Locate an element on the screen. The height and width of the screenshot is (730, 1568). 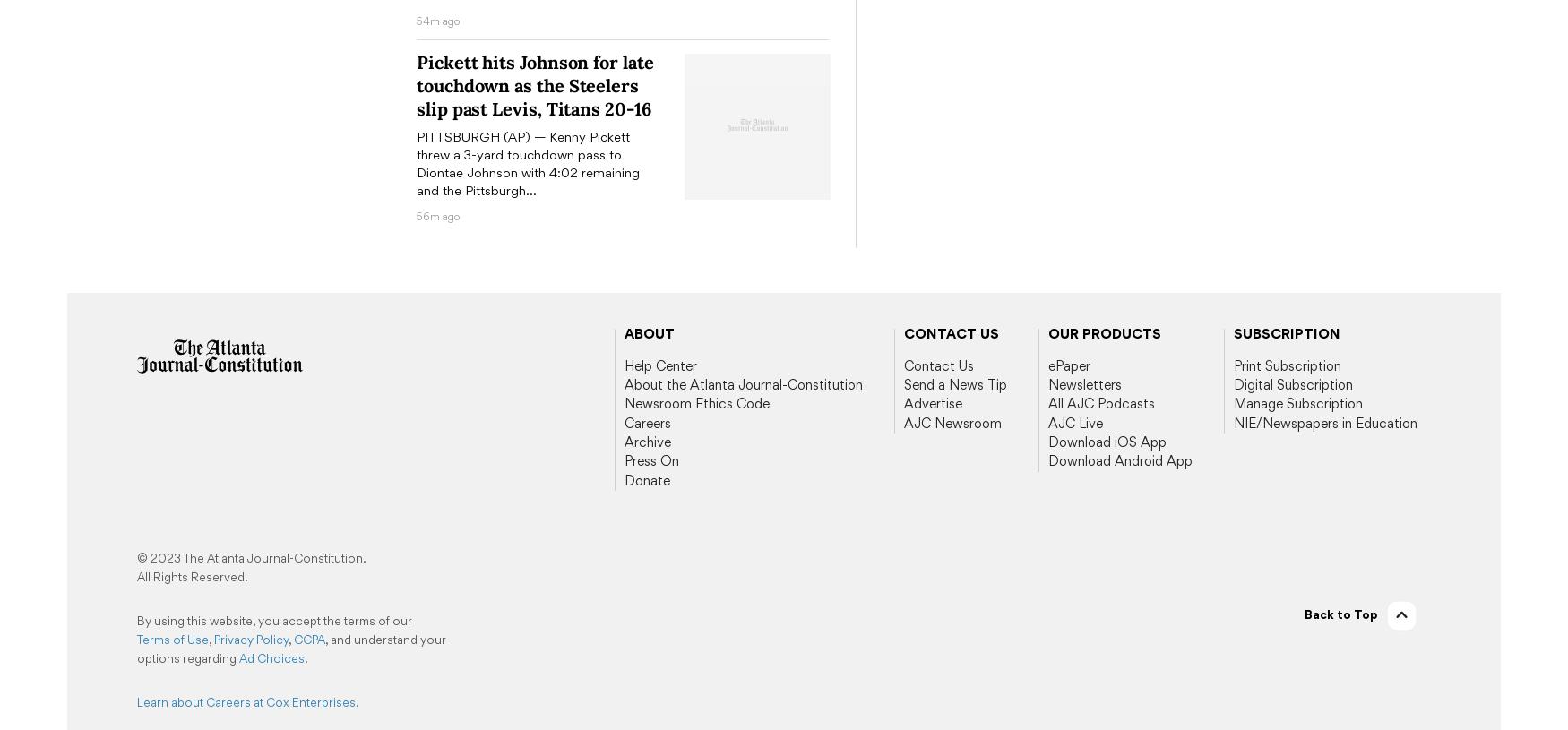
'Pickett hits Johnson for late touchdown as the Steelers slip past Levis, Titans 20-16' is located at coordinates (534, 83).